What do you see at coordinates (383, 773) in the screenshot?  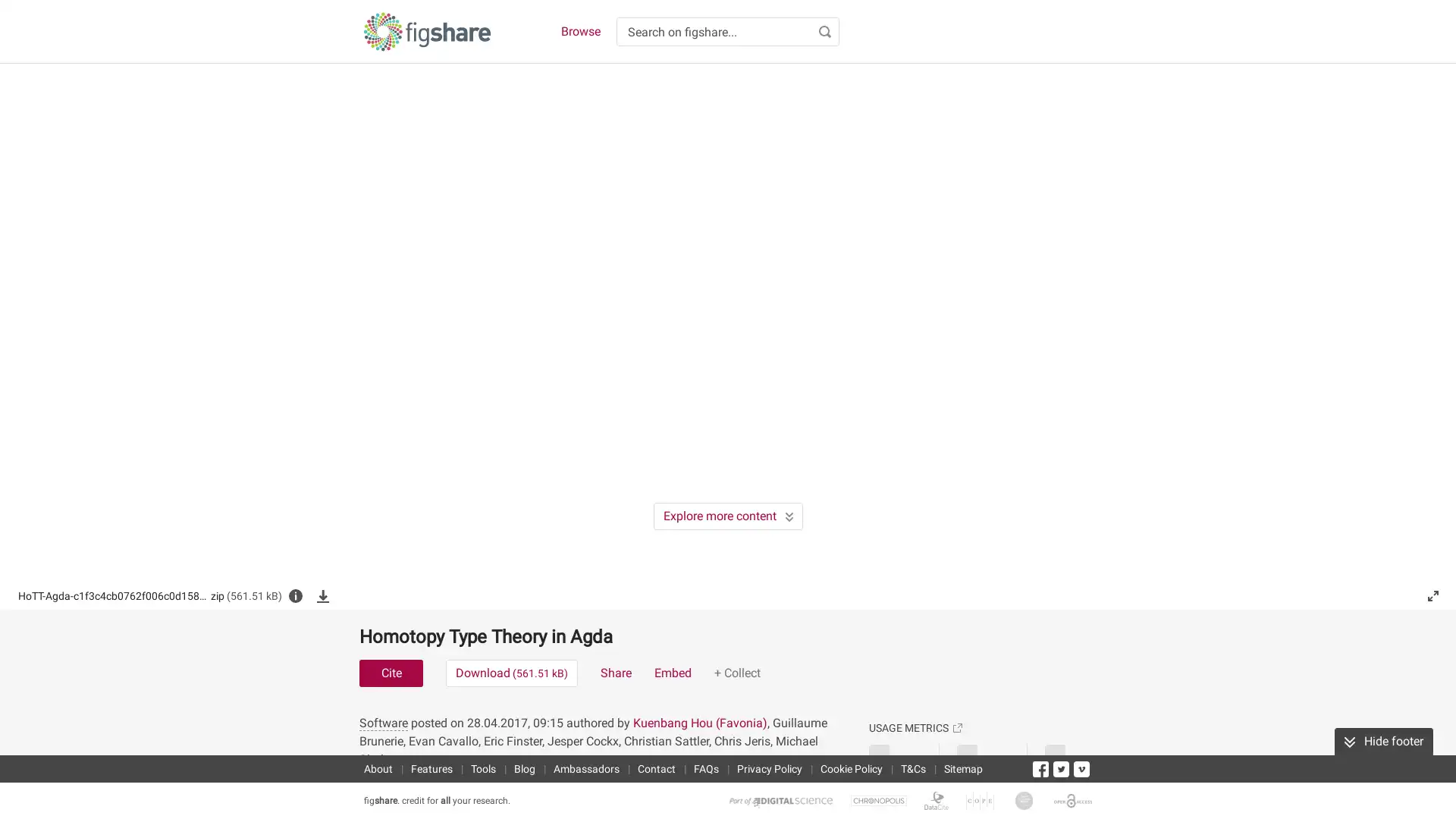 I see `Software` at bounding box center [383, 773].